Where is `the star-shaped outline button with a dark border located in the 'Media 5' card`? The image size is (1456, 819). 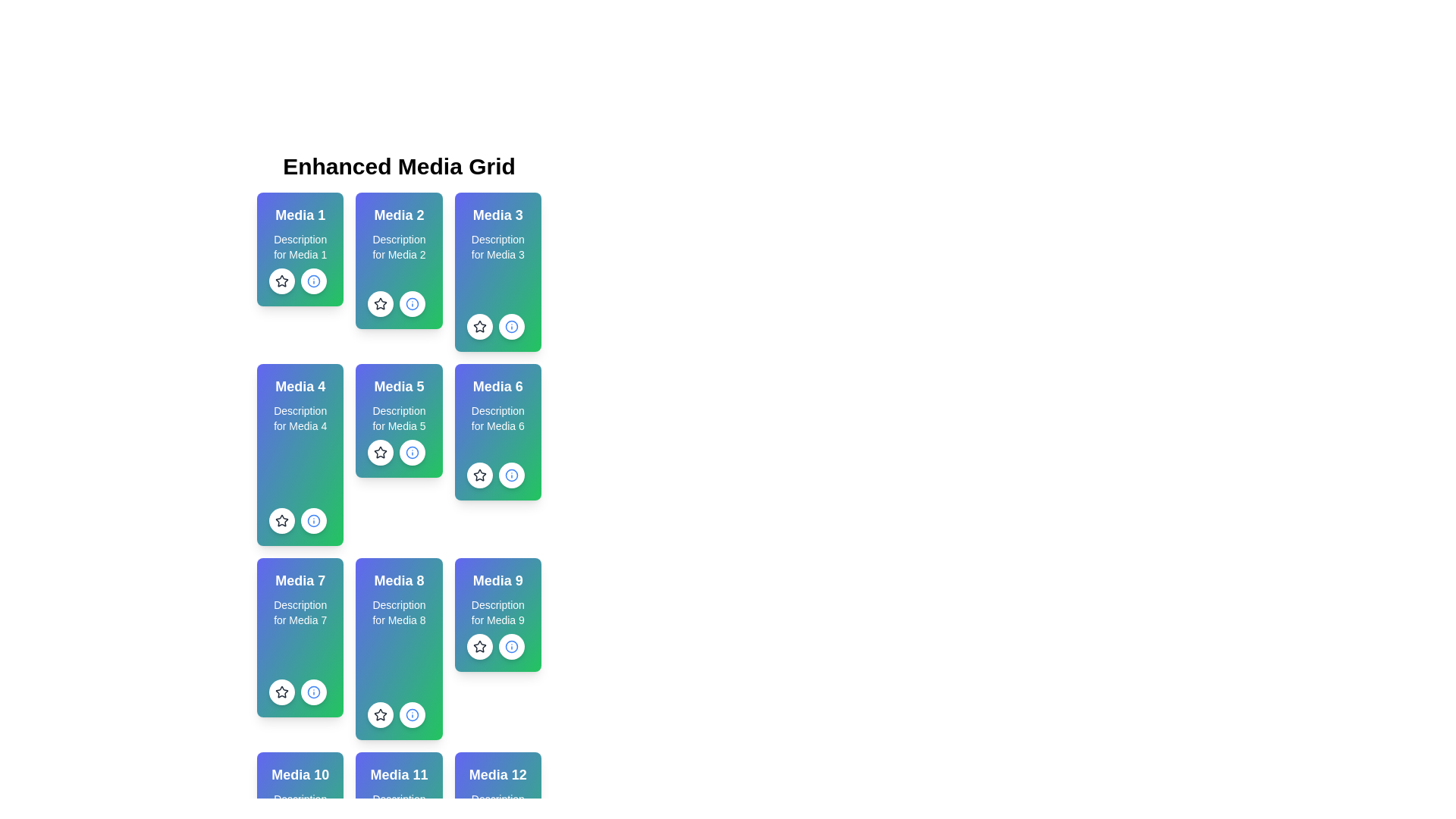
the star-shaped outline button with a dark border located in the 'Media 5' card is located at coordinates (381, 451).